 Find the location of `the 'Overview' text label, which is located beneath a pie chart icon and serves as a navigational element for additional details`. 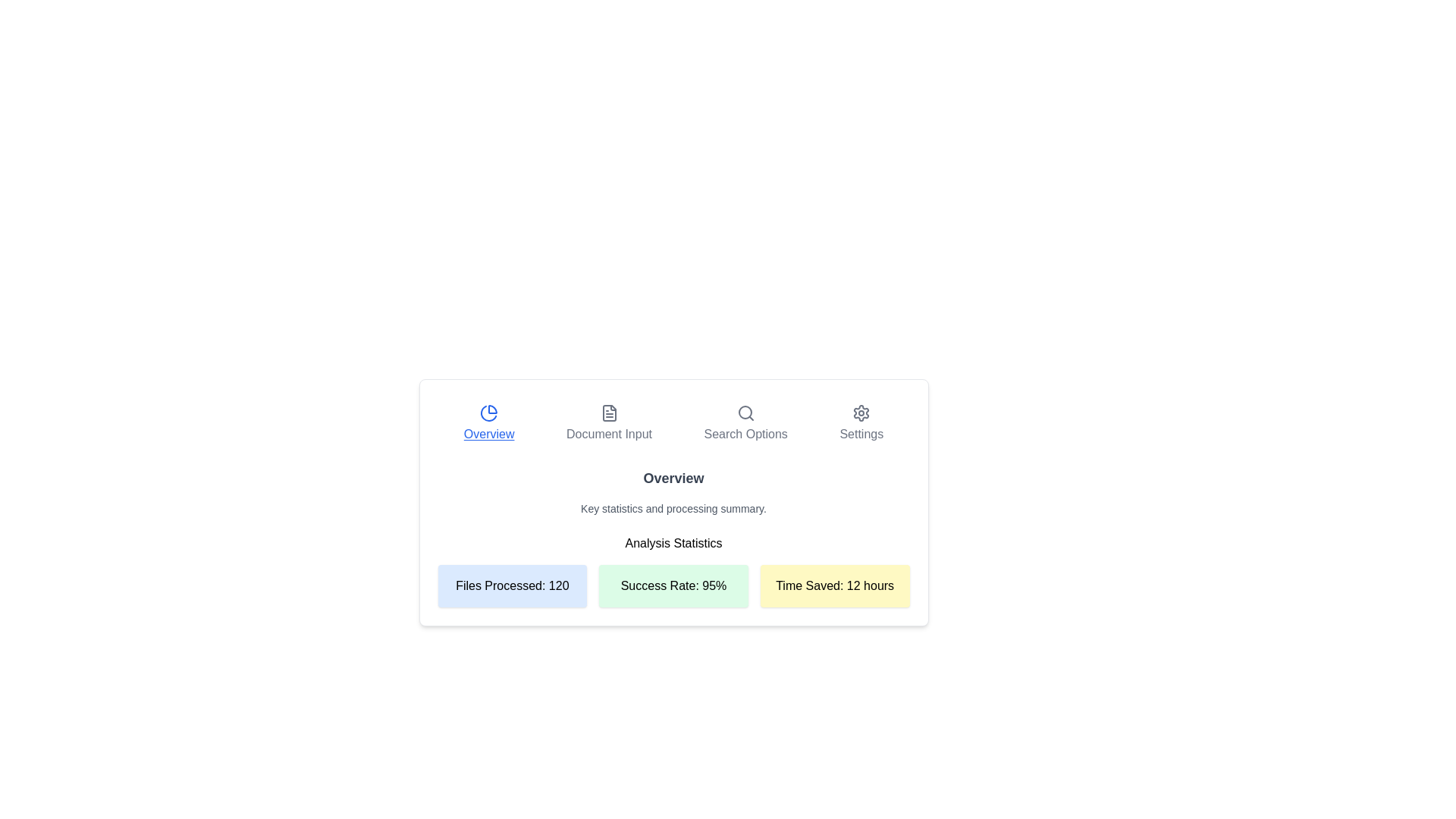

the 'Overview' text label, which is located beneath a pie chart icon and serves as a navigational element for additional details is located at coordinates (489, 435).